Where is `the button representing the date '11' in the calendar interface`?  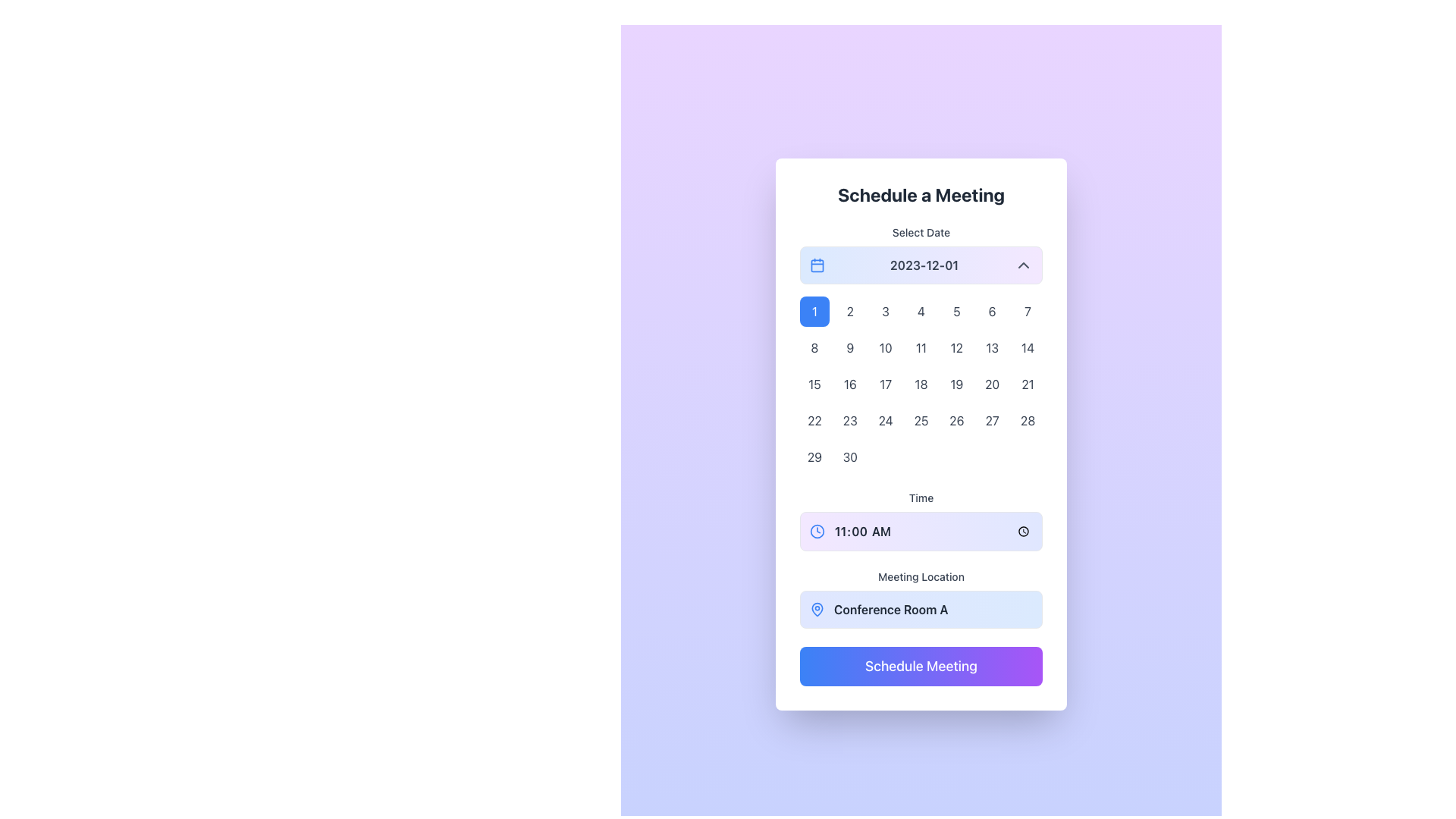 the button representing the date '11' in the calendar interface is located at coordinates (920, 348).